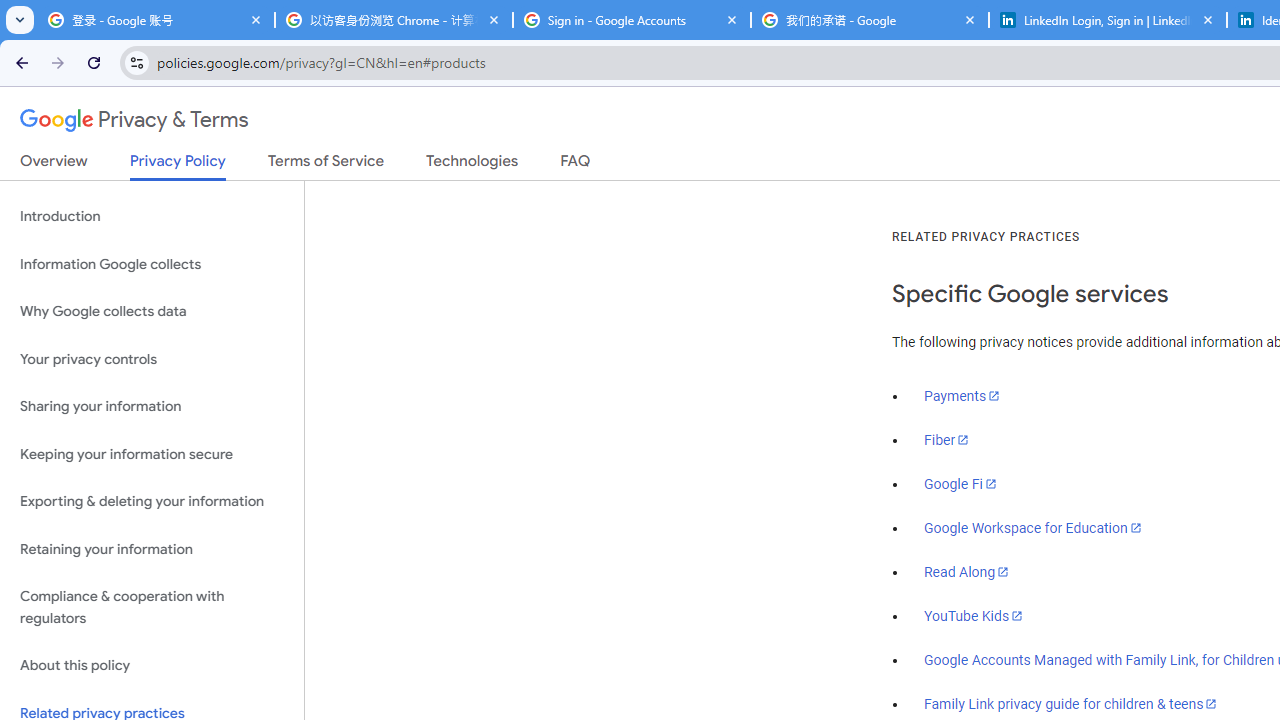 This screenshot has width=1280, height=720. What do you see at coordinates (960, 484) in the screenshot?
I see `'Google Fi'` at bounding box center [960, 484].